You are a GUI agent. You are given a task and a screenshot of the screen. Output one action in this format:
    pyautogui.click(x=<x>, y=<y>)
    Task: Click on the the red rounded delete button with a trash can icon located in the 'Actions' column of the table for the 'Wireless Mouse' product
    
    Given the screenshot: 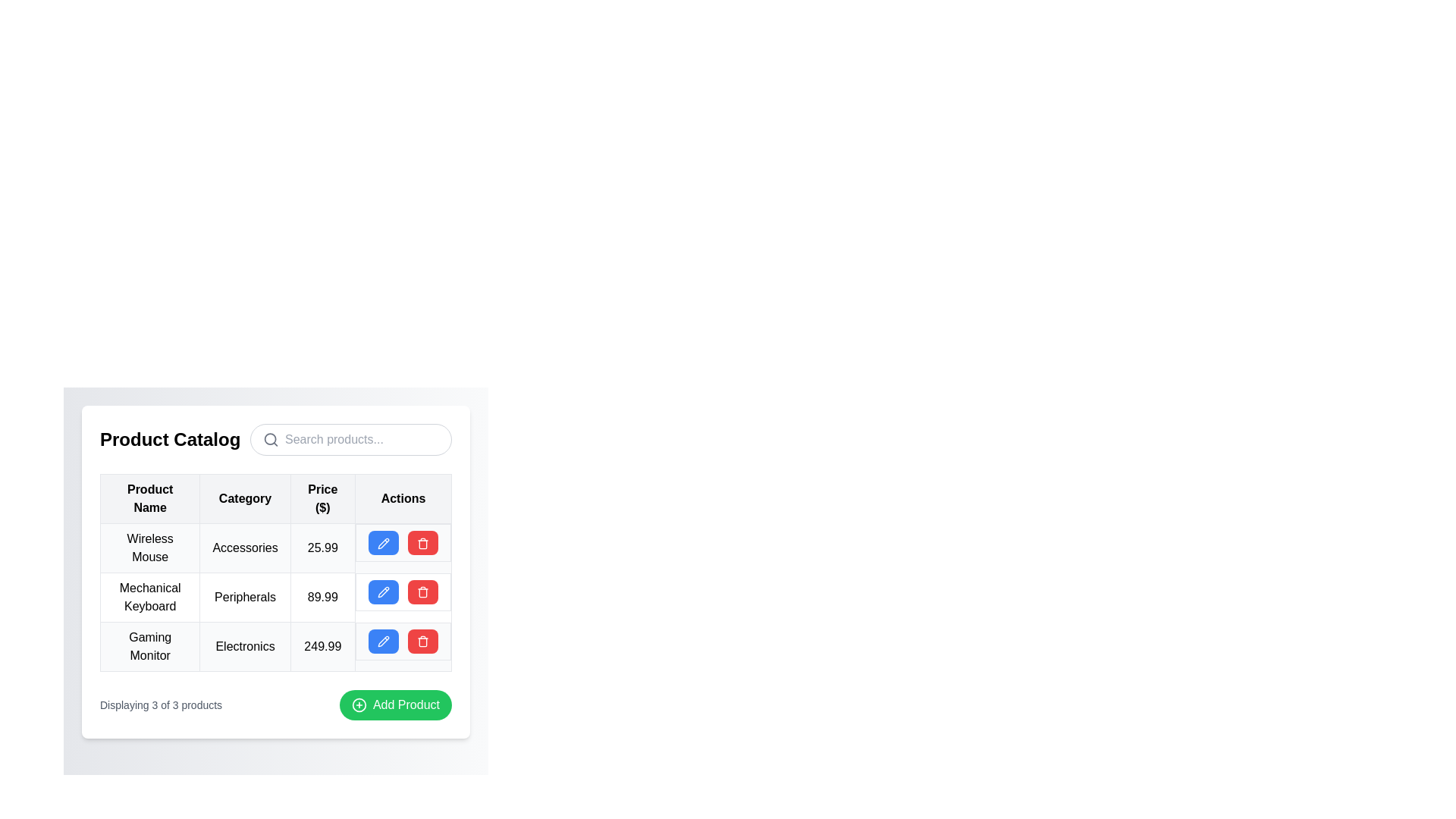 What is the action you would take?
    pyautogui.click(x=422, y=542)
    